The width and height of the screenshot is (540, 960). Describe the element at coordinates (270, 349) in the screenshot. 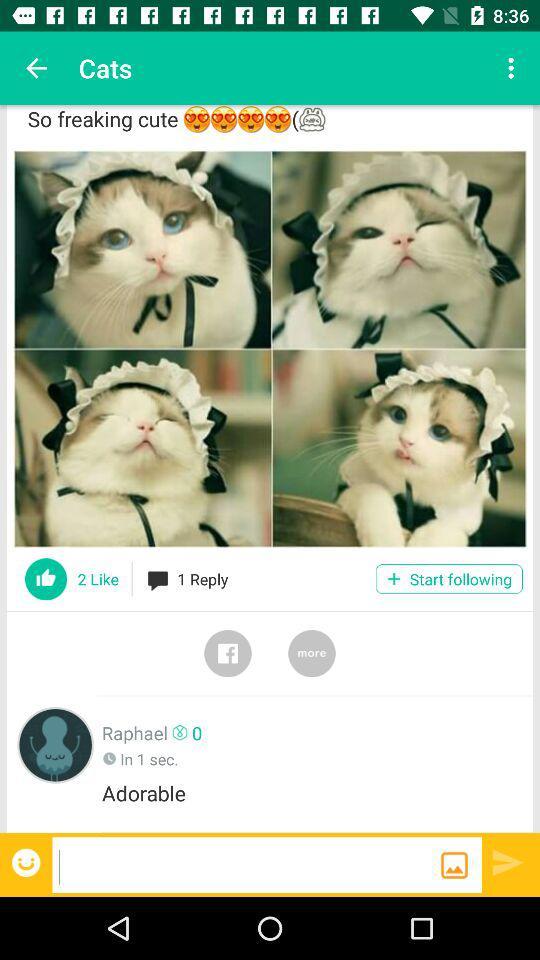

I see `adorables amigos` at that location.